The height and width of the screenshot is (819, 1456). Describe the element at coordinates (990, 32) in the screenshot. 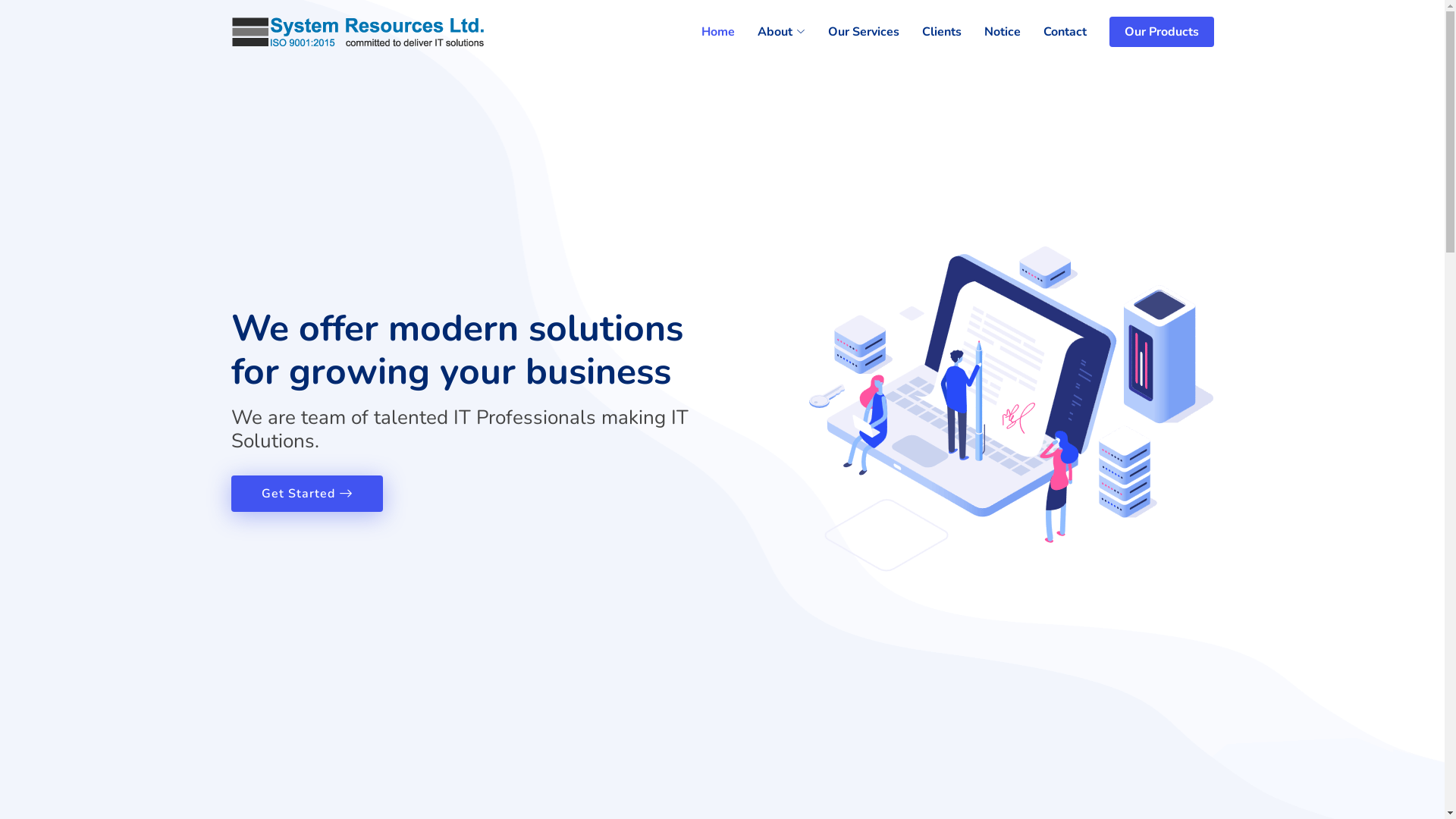

I see `'Notice'` at that location.